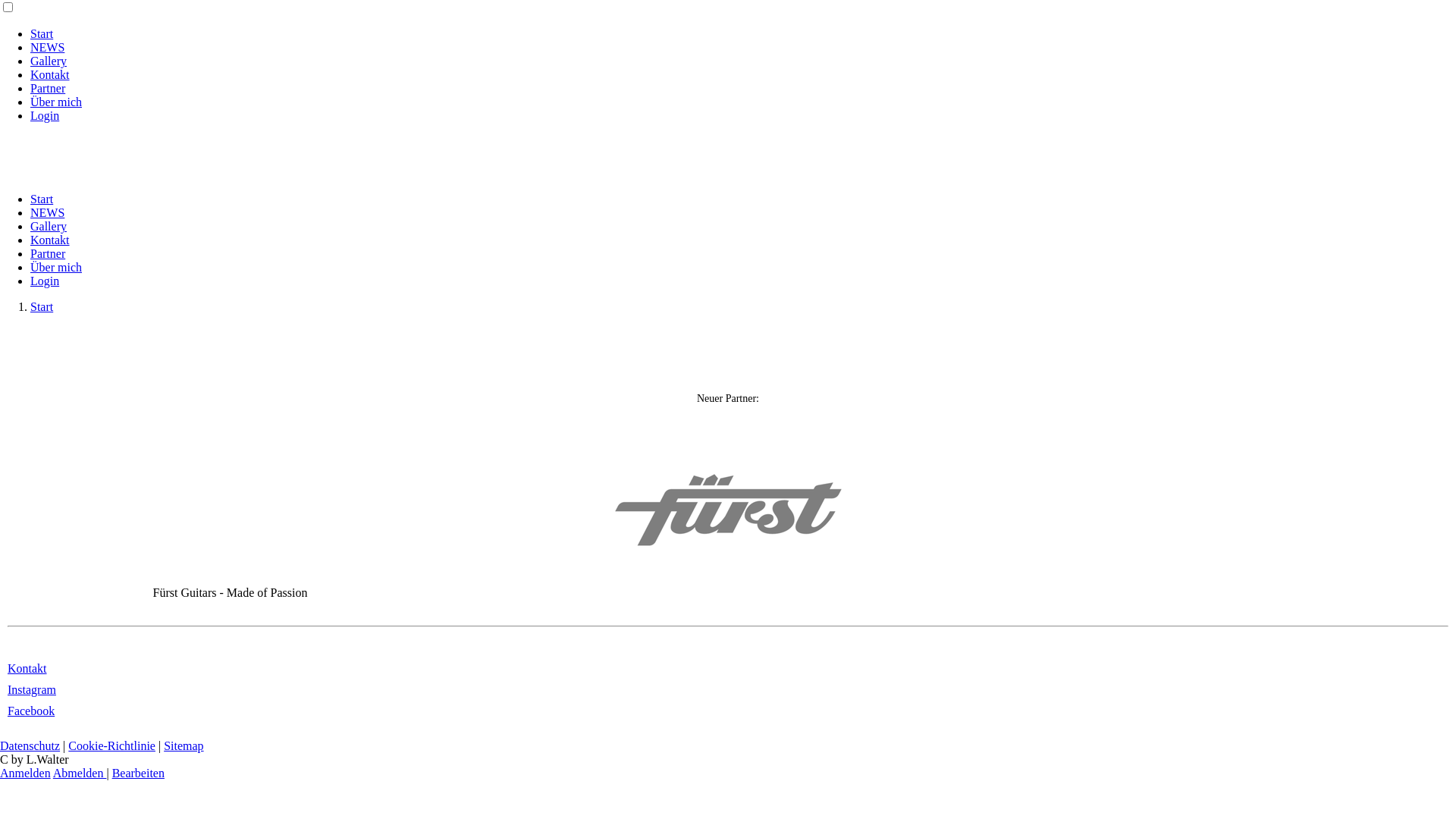 Image resolution: width=1456 pixels, height=819 pixels. I want to click on 'Datenschutz', so click(0, 745).